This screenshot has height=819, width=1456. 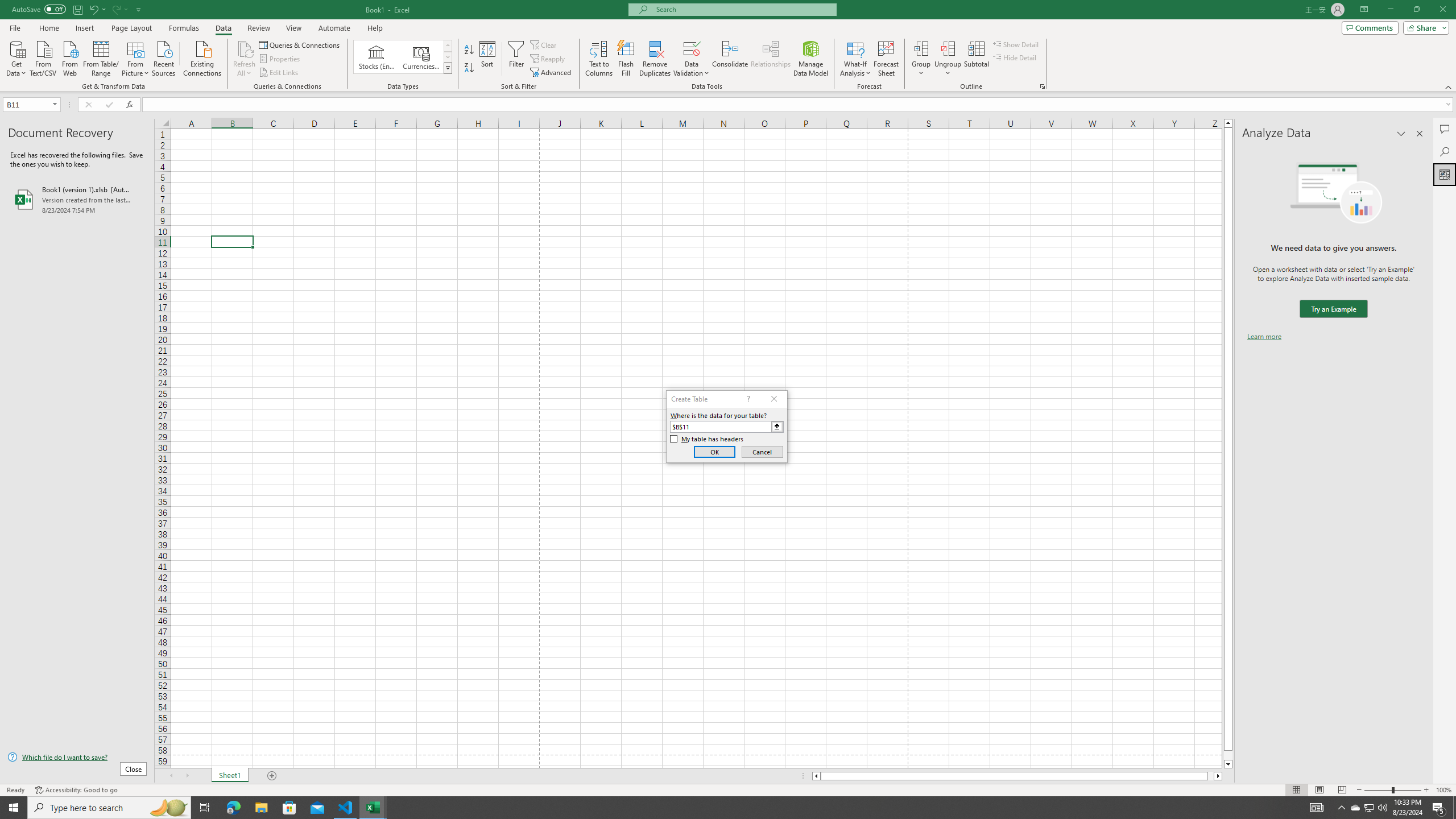 I want to click on 'Hide Detail', so click(x=1015, y=56).